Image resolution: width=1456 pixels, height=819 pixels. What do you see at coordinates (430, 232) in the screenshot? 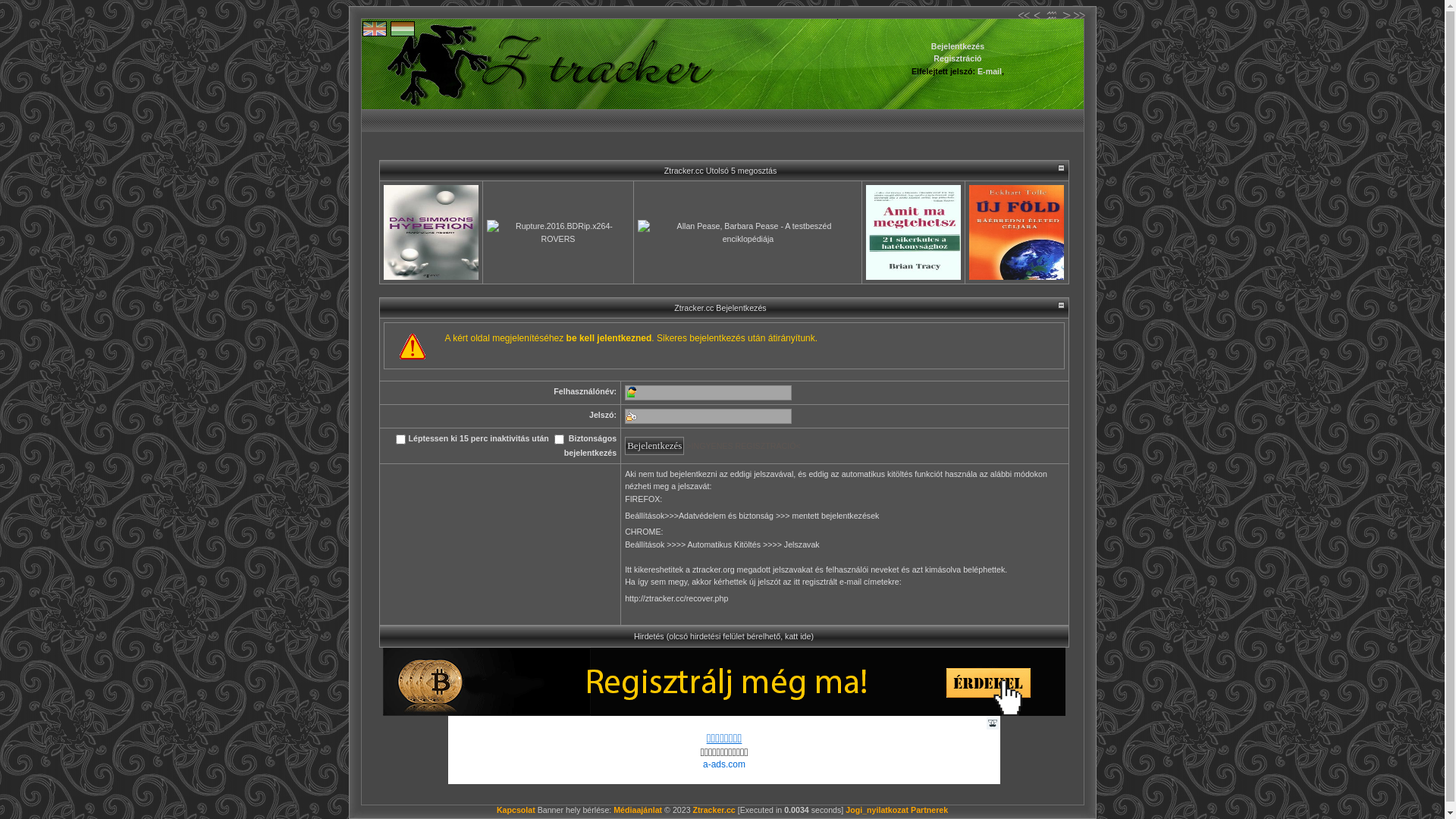
I see `'Dan Simmons - Hyperion'` at bounding box center [430, 232].